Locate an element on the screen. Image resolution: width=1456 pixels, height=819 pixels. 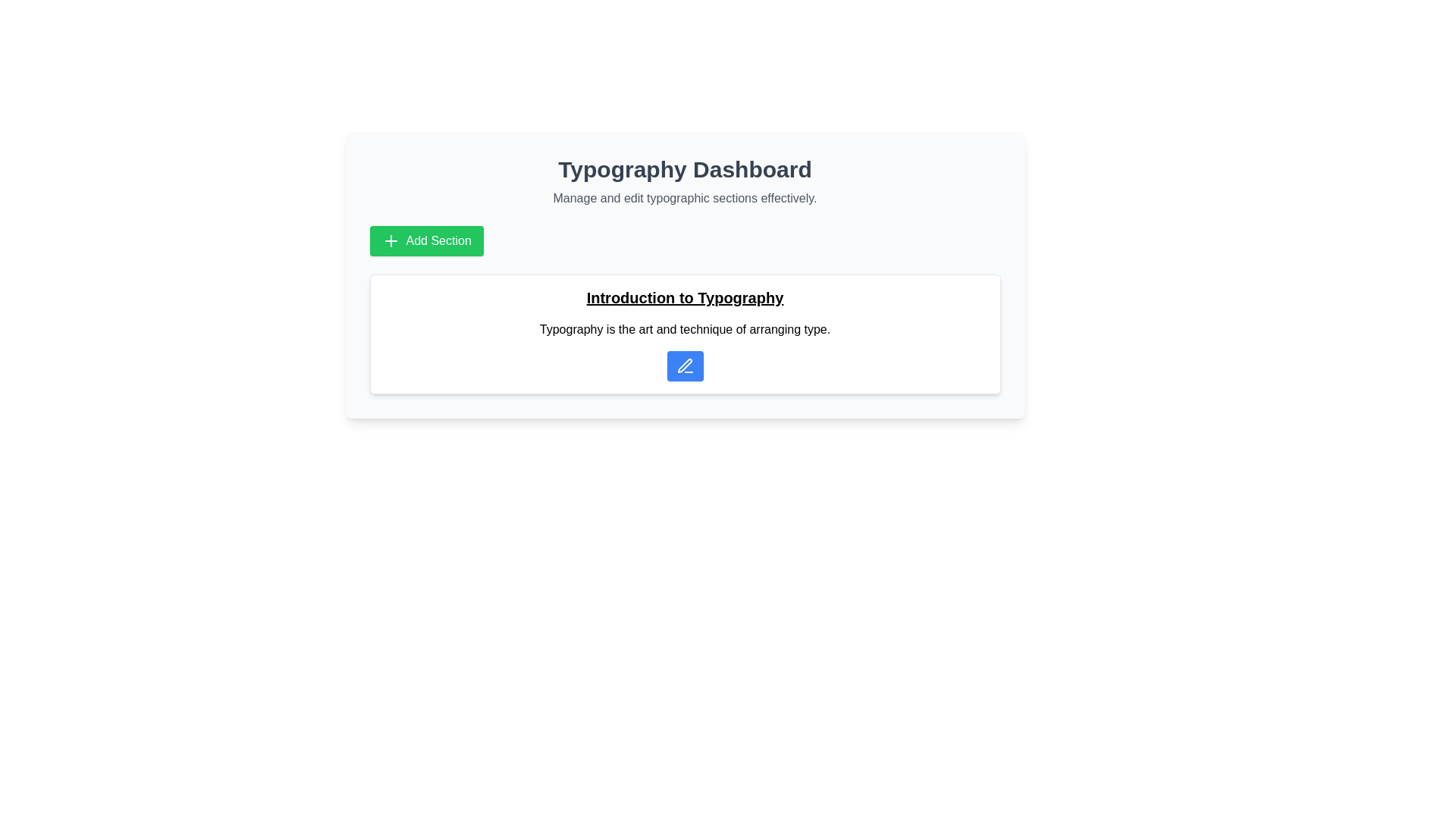
the button located beneath the subtitle 'Manage and edit typographic sections effectively.' is located at coordinates (425, 240).